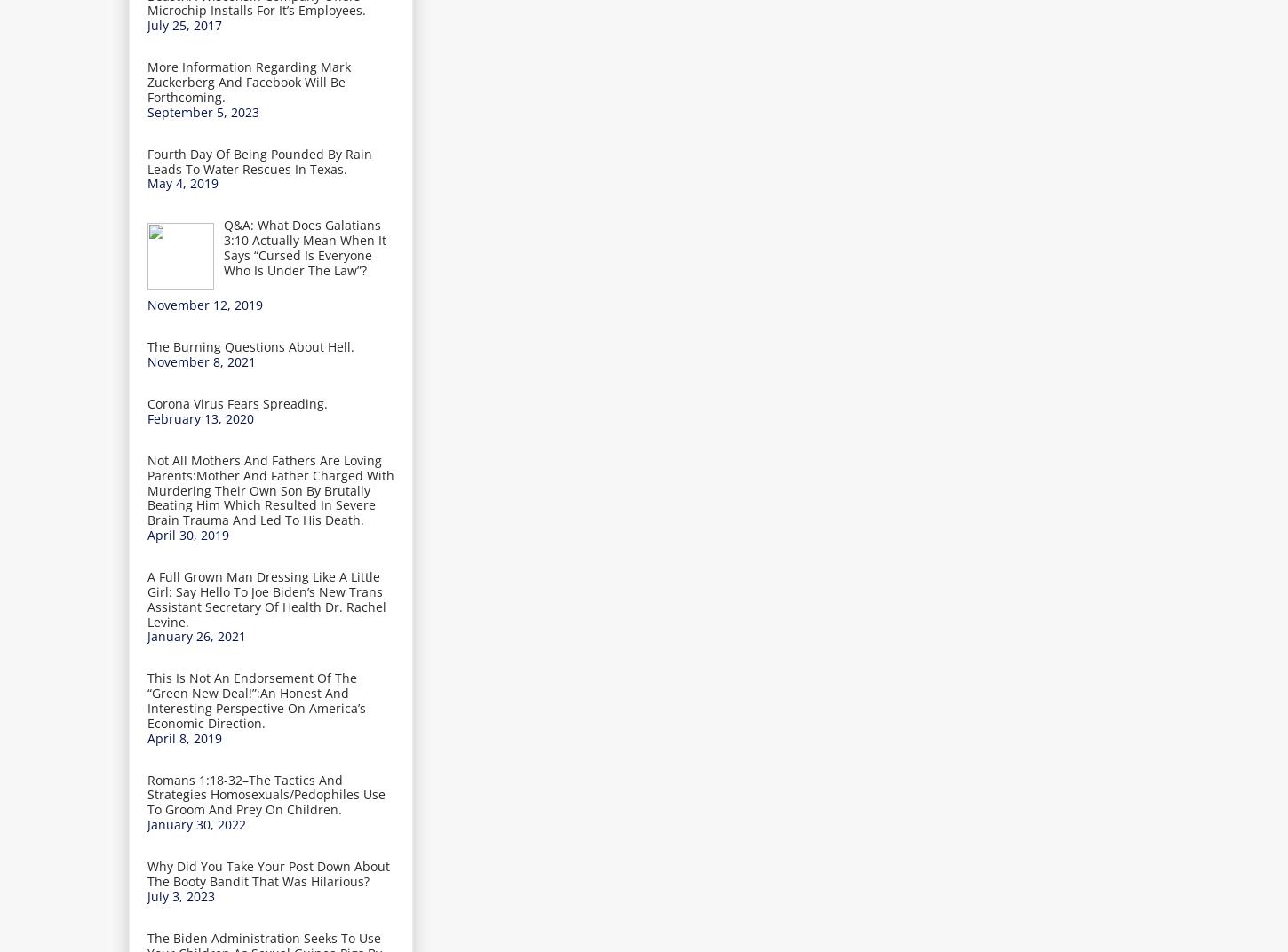 The width and height of the screenshot is (1288, 952). Describe the element at coordinates (200, 417) in the screenshot. I see `'February 13, 2020'` at that location.